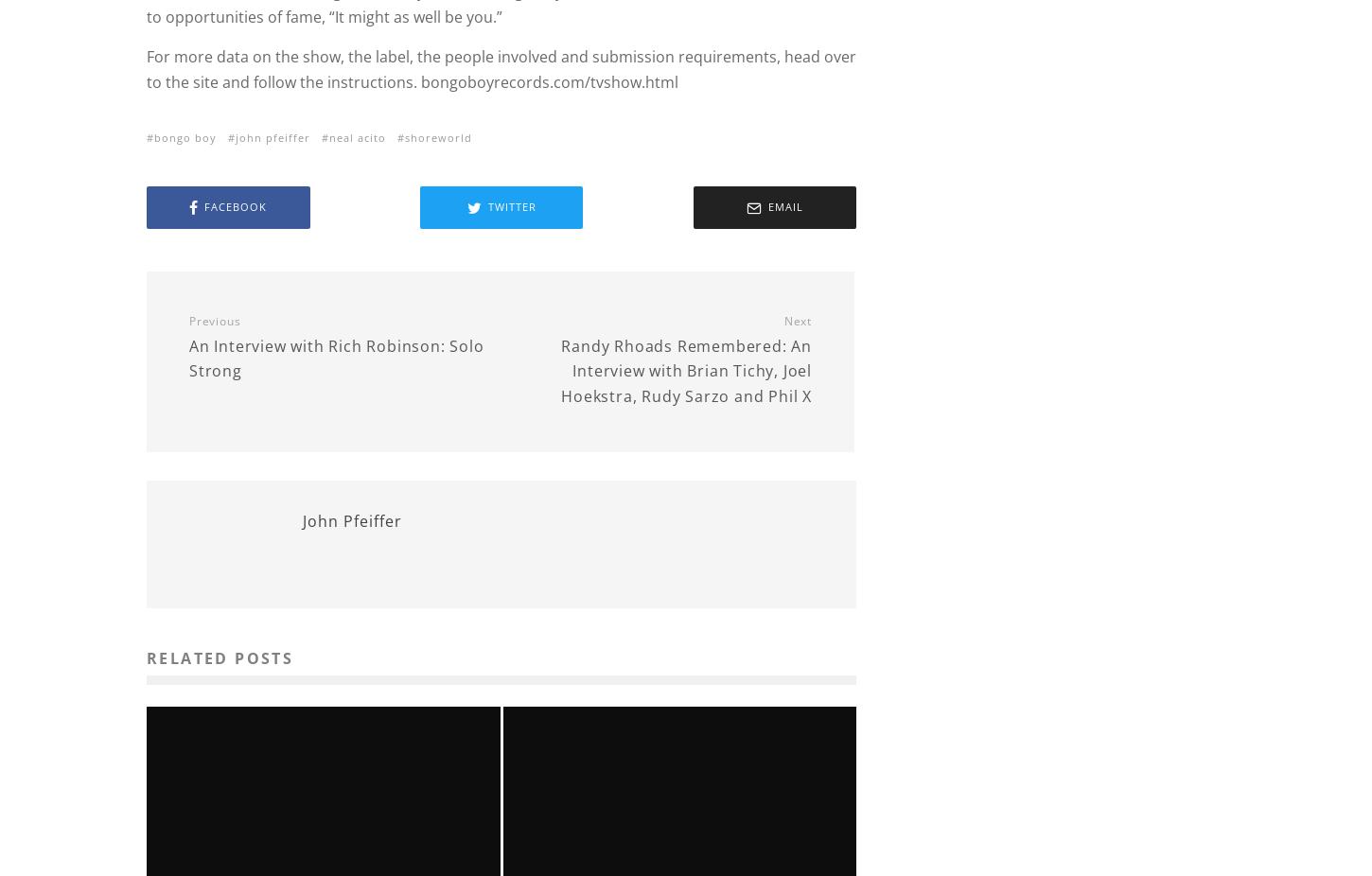 The height and width of the screenshot is (876, 1372). What do you see at coordinates (501, 67) in the screenshot?
I see `'For more data on the show, the label, the people involved and submission requirements, head over to the site and follow the instructions. bongoboyrecords.com/tvshow.html'` at bounding box center [501, 67].